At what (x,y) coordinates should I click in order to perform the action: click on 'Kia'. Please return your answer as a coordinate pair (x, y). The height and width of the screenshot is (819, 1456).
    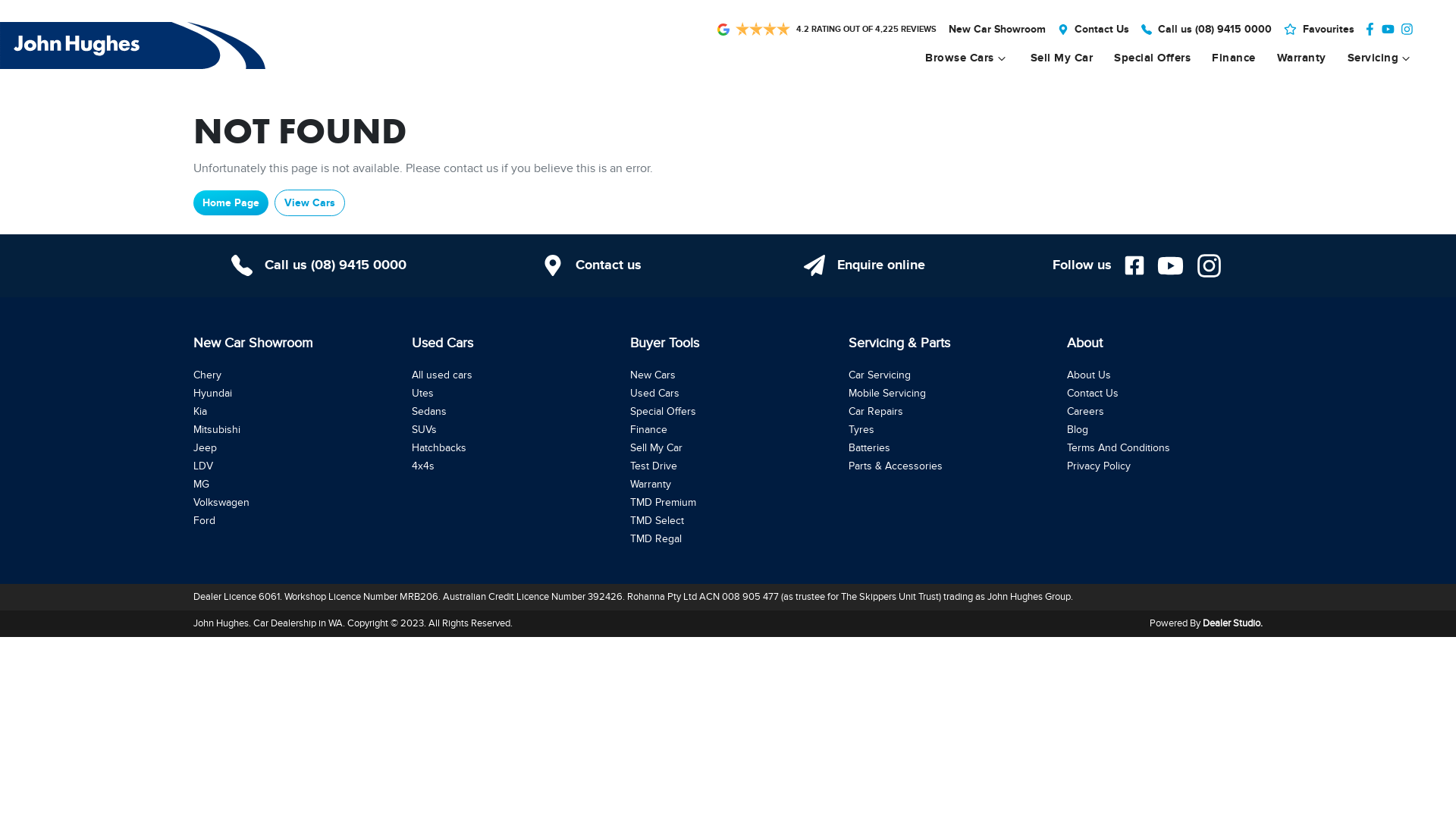
    Looking at the image, I should click on (199, 411).